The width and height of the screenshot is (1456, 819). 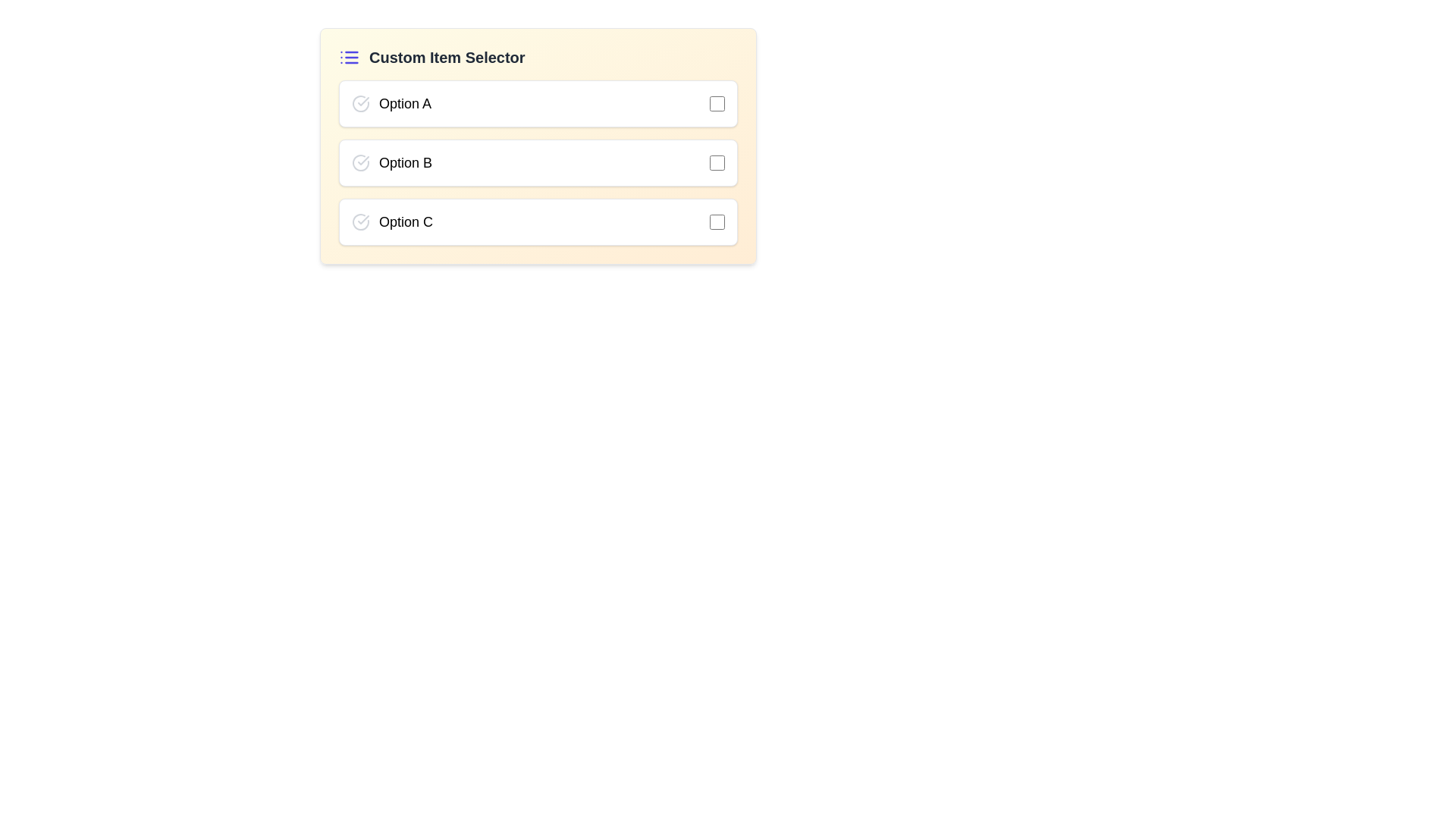 I want to click on label of the third item in the 'Custom Item Selector' list, which is a Text-Icon Label Combination located in a bordered card-like structure, so click(x=392, y=222).